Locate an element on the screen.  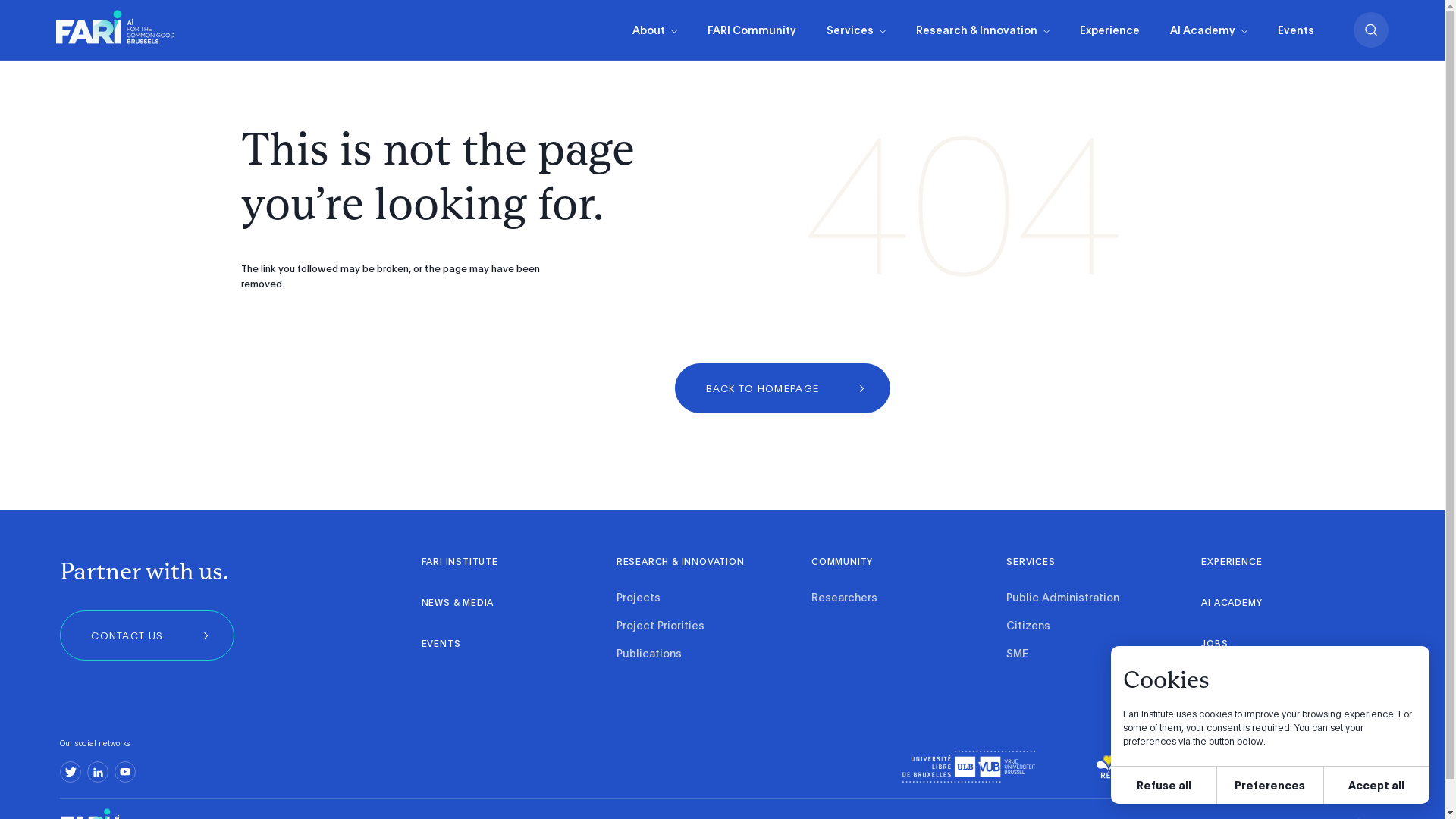
'About' is located at coordinates (654, 30).